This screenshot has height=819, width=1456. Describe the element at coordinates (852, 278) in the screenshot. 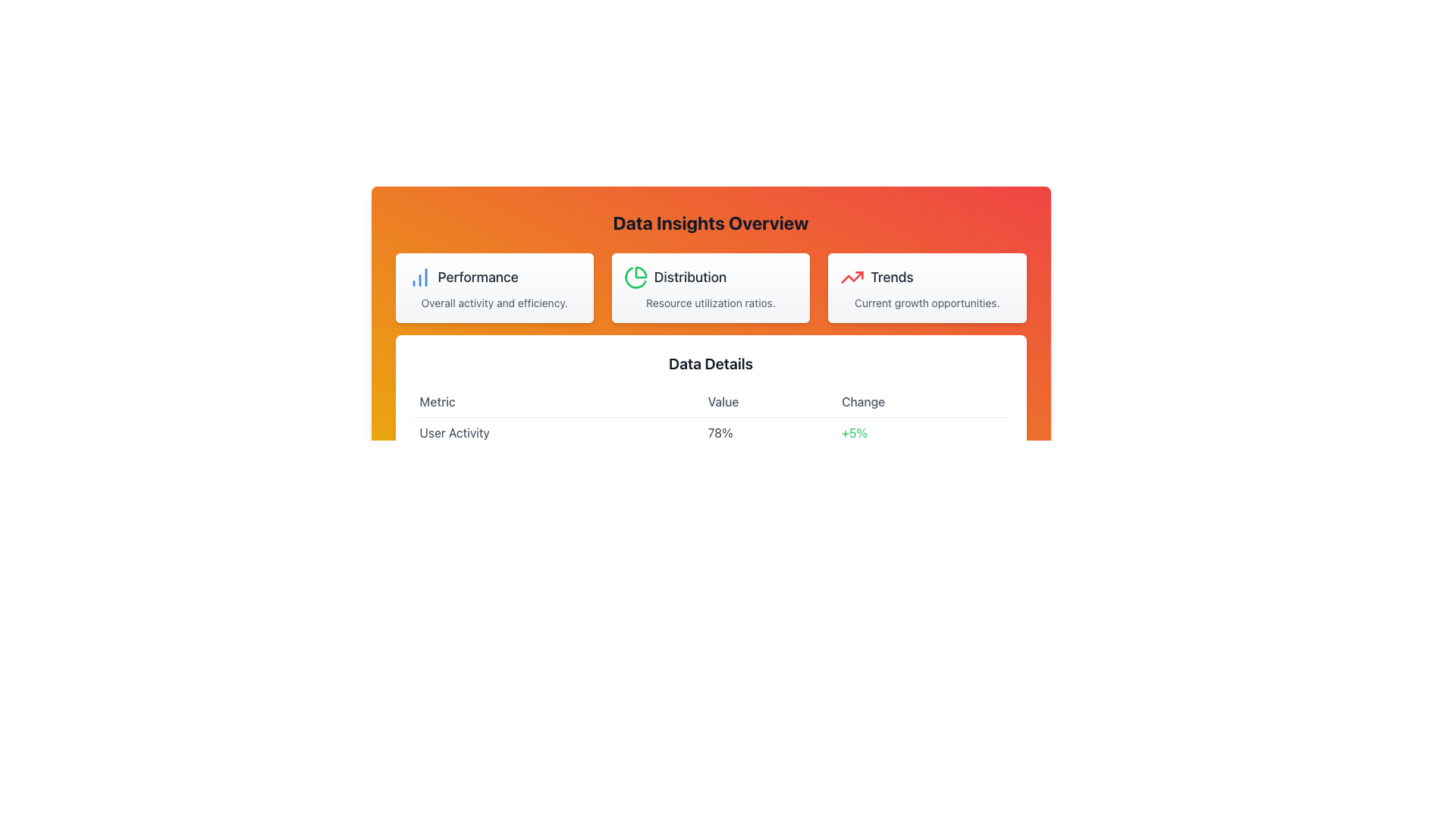

I see `the Graphical Icon Fragment in the 'Trends' section of the interface, which represents upward trends in growth or statistics` at that location.